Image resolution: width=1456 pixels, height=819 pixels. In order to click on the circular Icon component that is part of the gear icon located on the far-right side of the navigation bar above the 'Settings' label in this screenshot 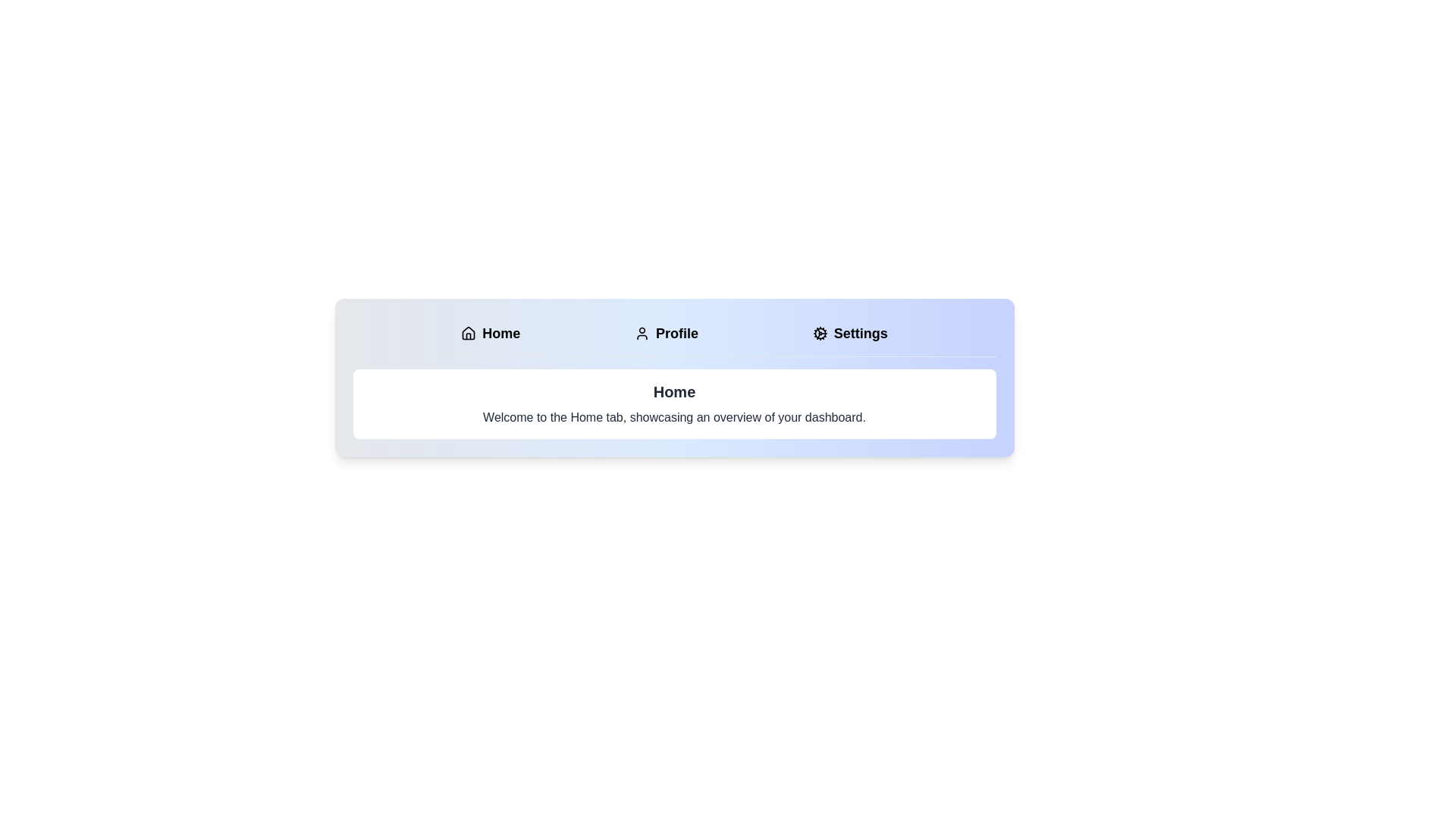, I will do `click(819, 332)`.